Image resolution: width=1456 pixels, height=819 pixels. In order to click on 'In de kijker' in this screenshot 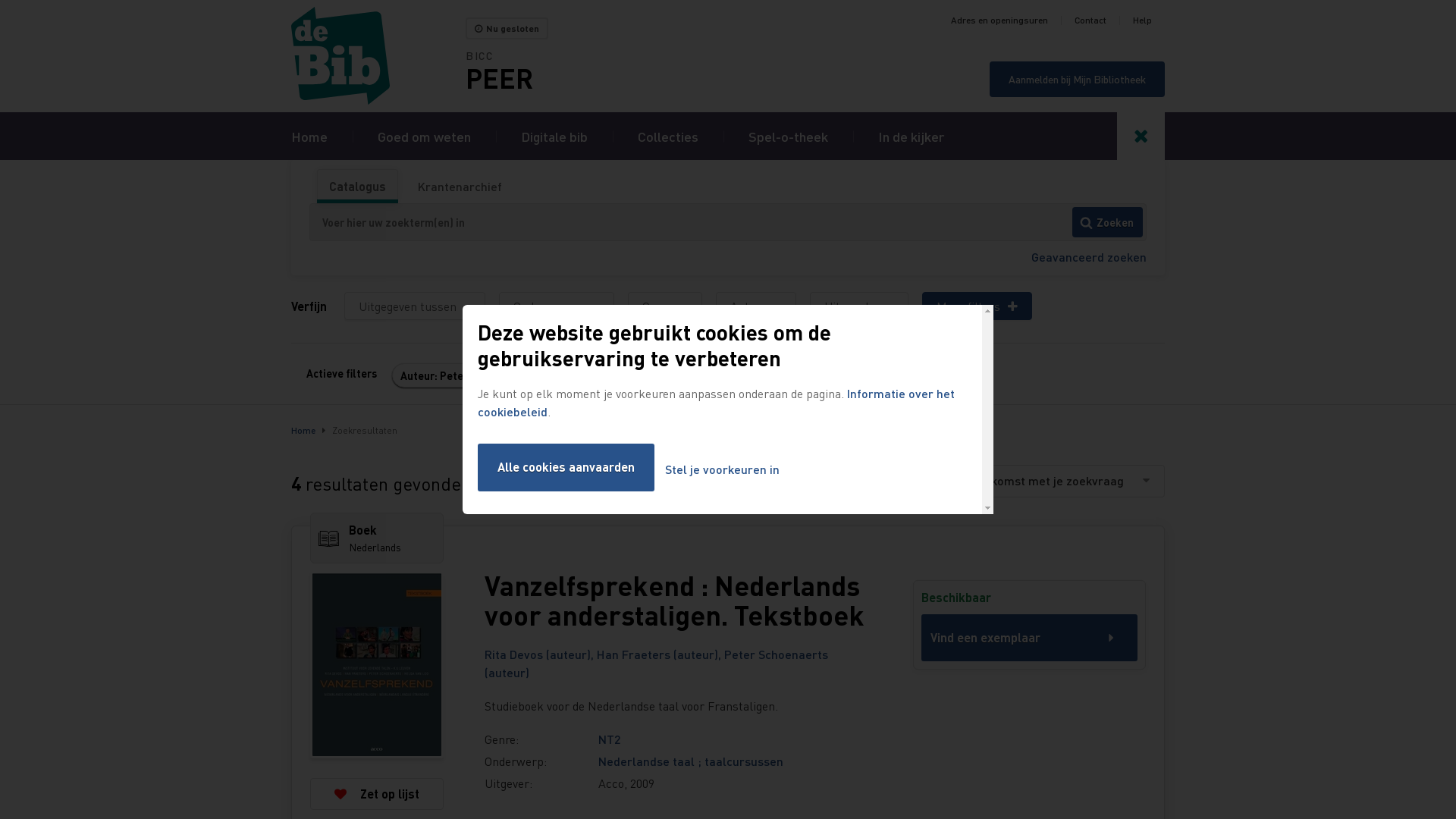, I will do `click(910, 135)`.